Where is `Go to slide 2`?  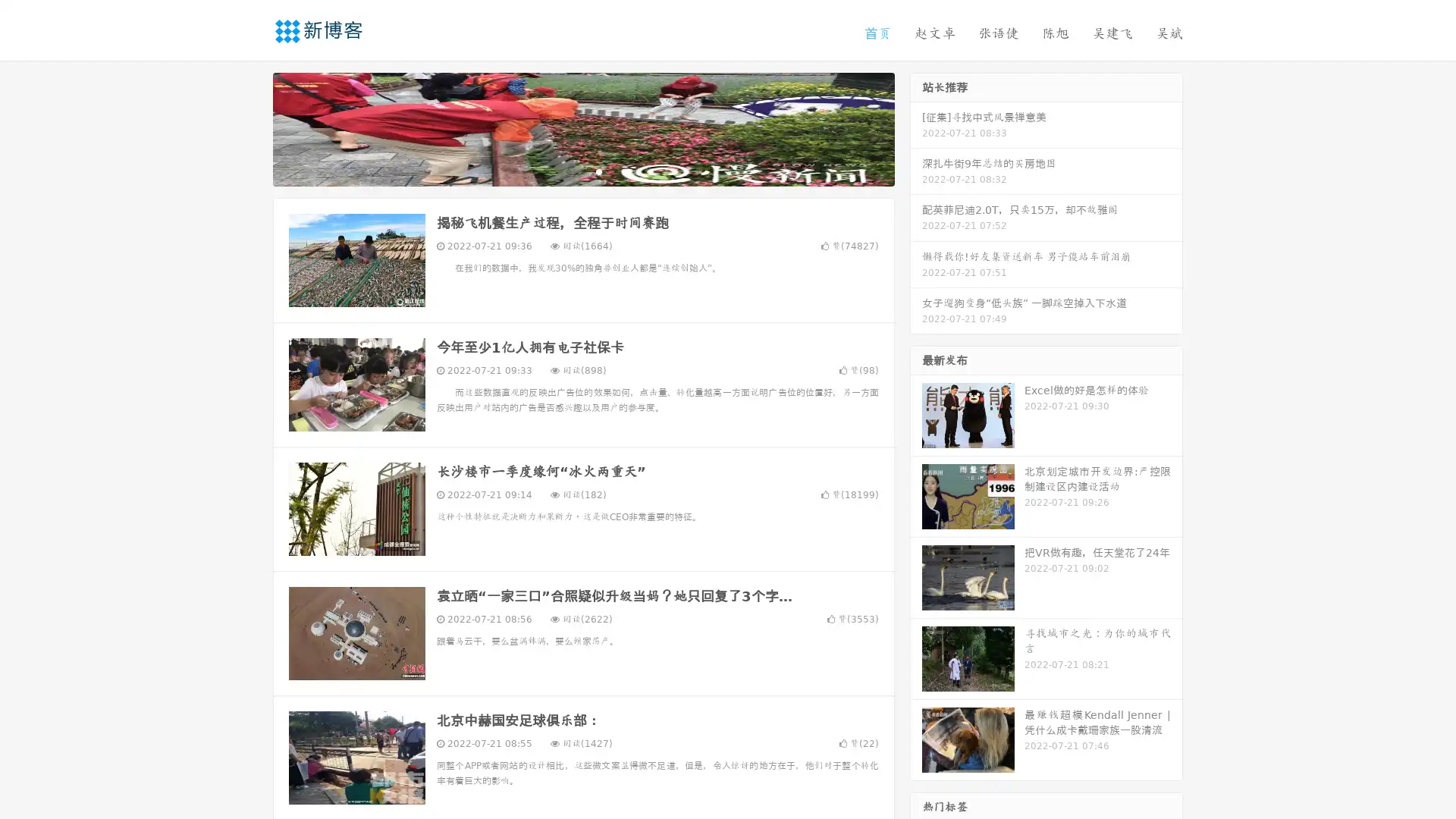 Go to slide 2 is located at coordinates (582, 171).